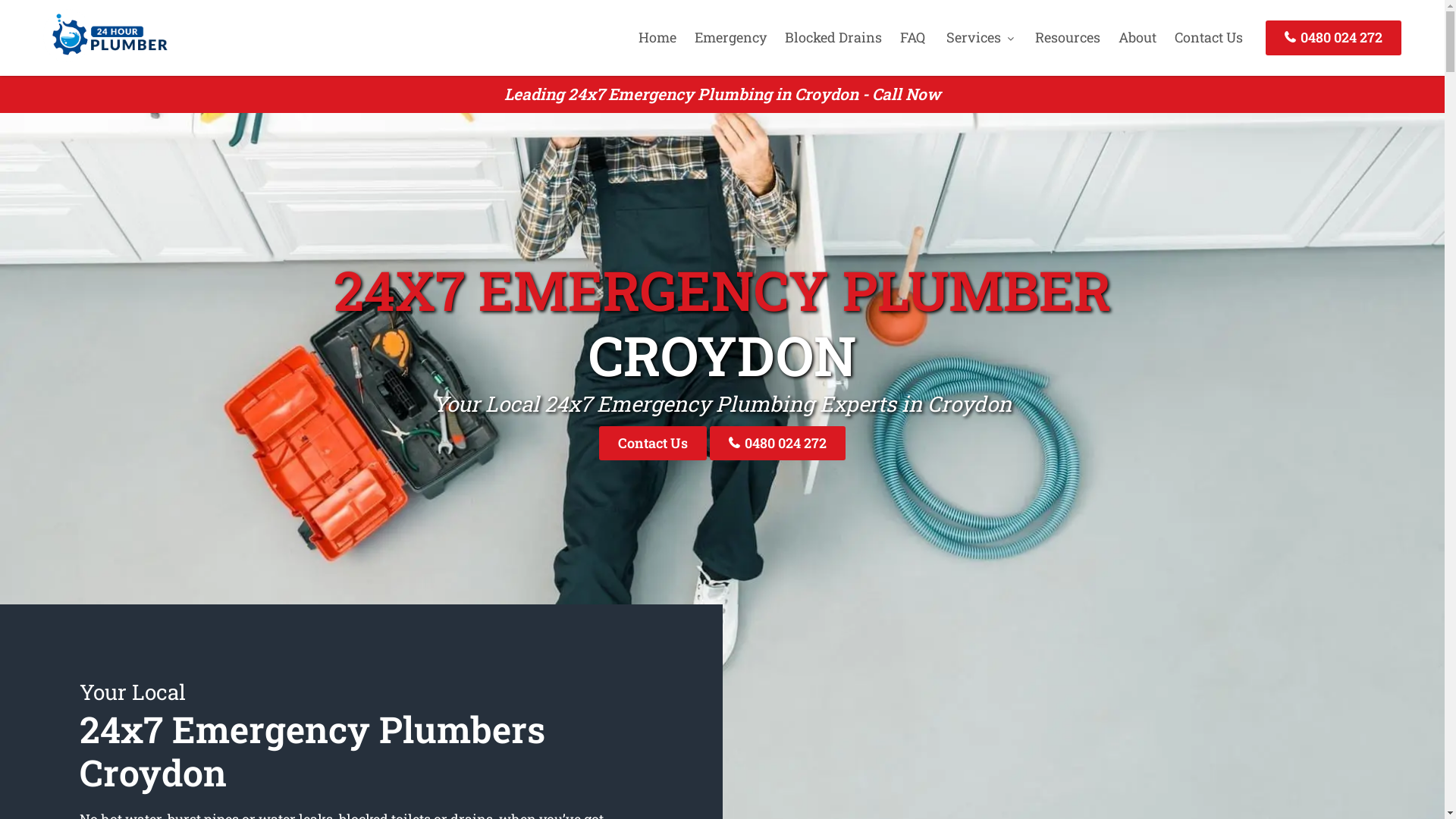 The image size is (1456, 819). What do you see at coordinates (1066, 36) in the screenshot?
I see `'Resources'` at bounding box center [1066, 36].